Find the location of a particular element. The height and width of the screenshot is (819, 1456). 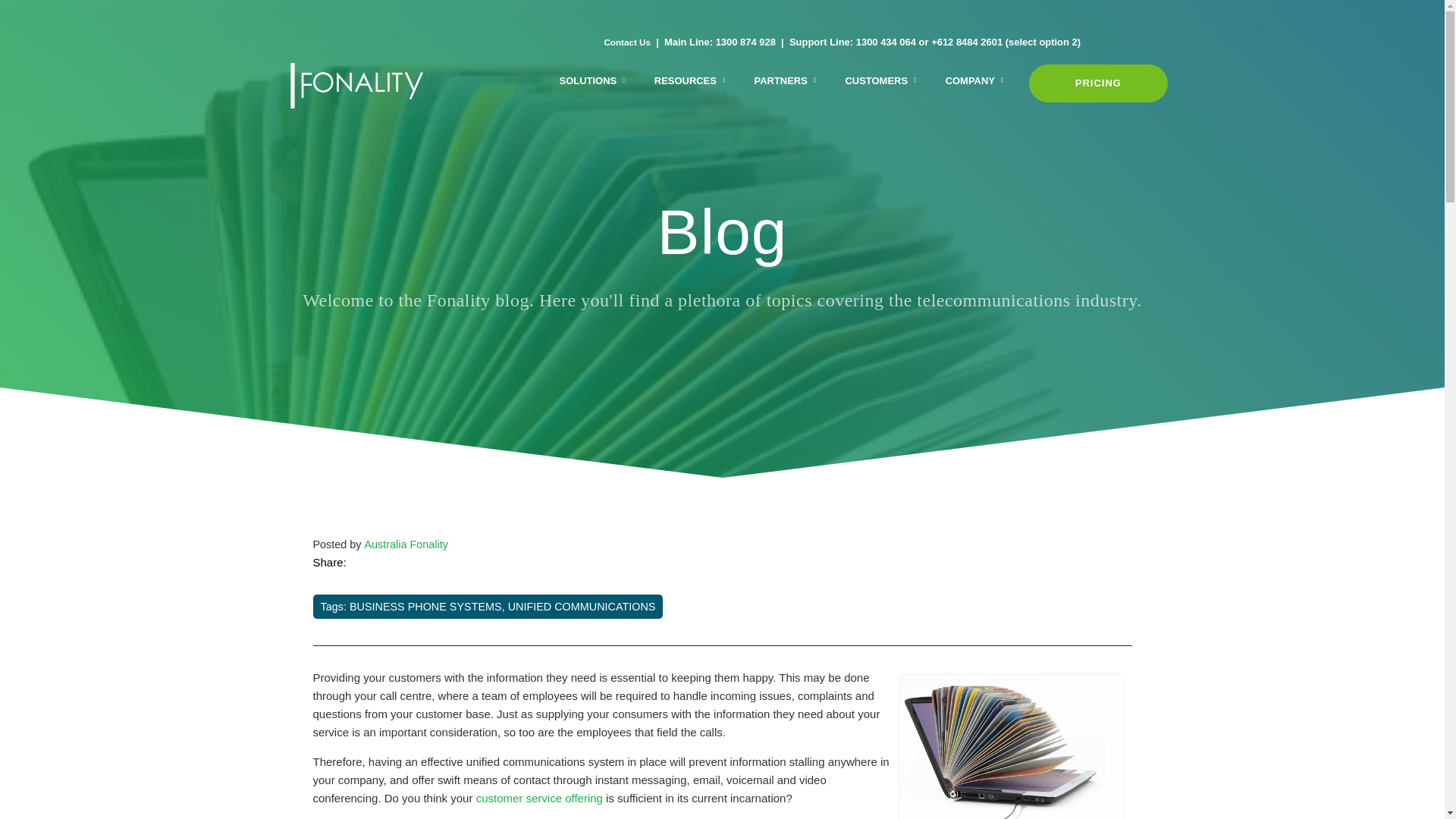

'1300 874 928' is located at coordinates (745, 41).